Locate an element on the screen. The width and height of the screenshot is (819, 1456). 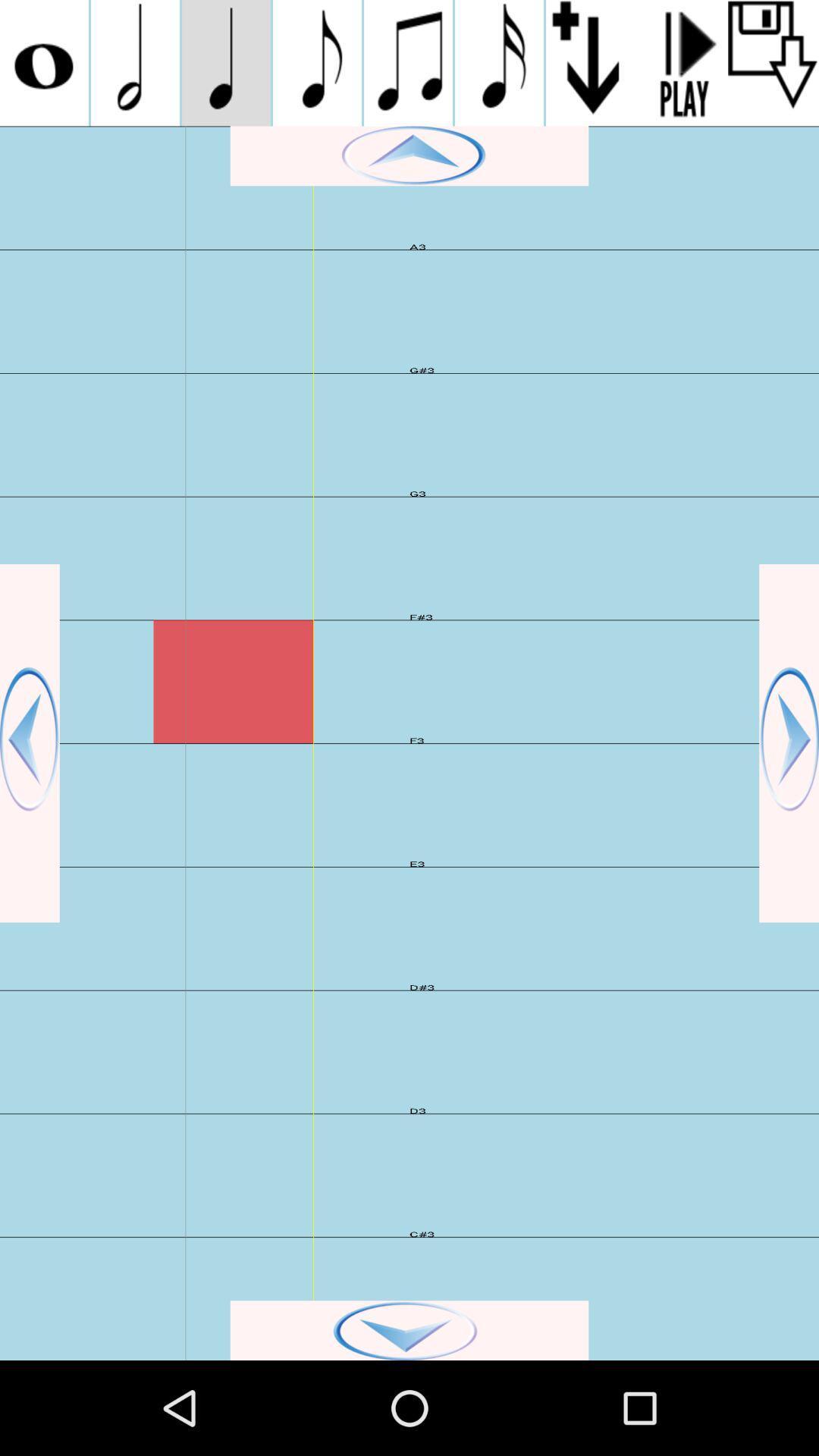
place quarter note is located at coordinates (226, 62).